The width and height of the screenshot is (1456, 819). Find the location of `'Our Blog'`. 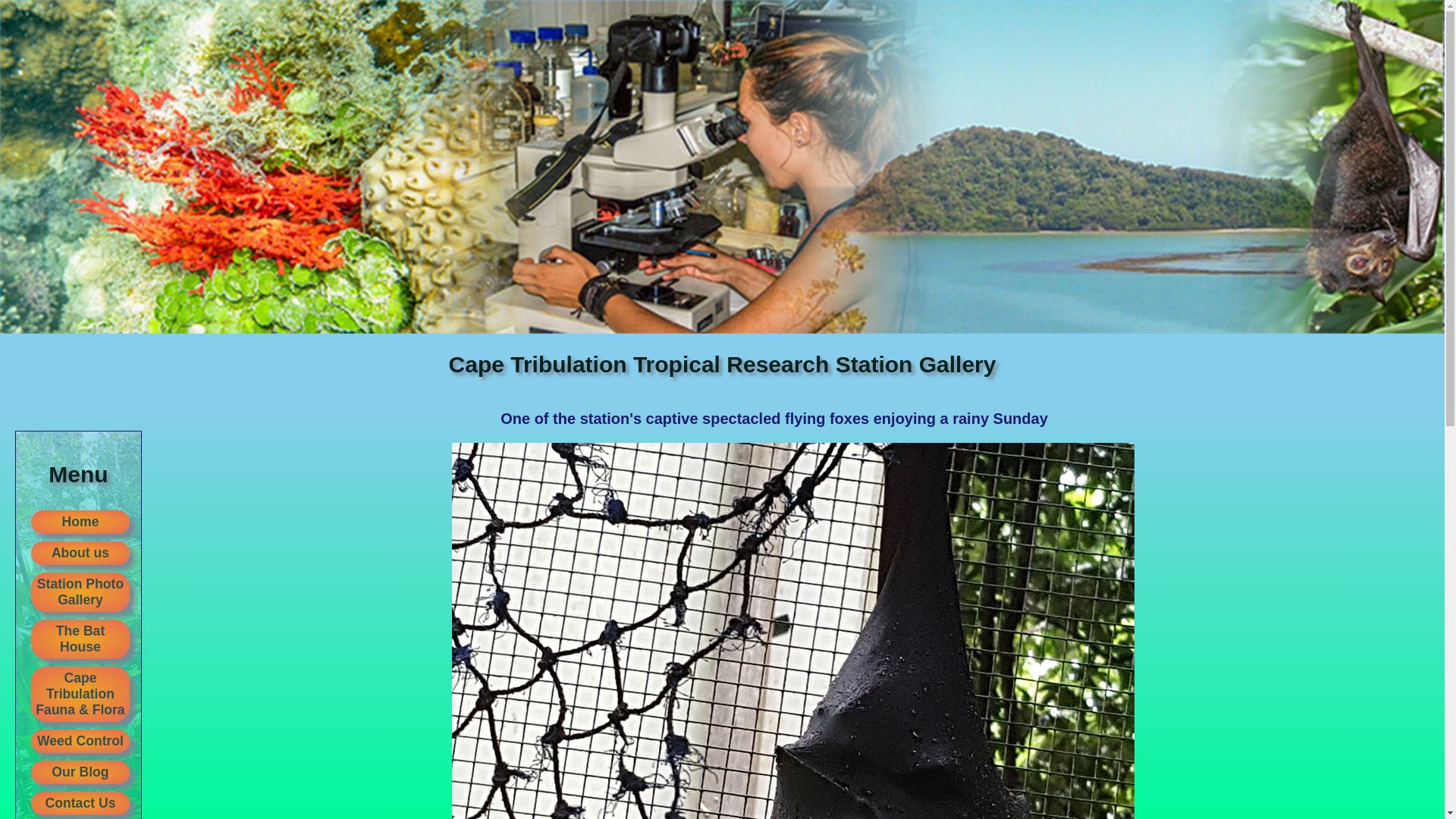

'Our Blog' is located at coordinates (79, 772).